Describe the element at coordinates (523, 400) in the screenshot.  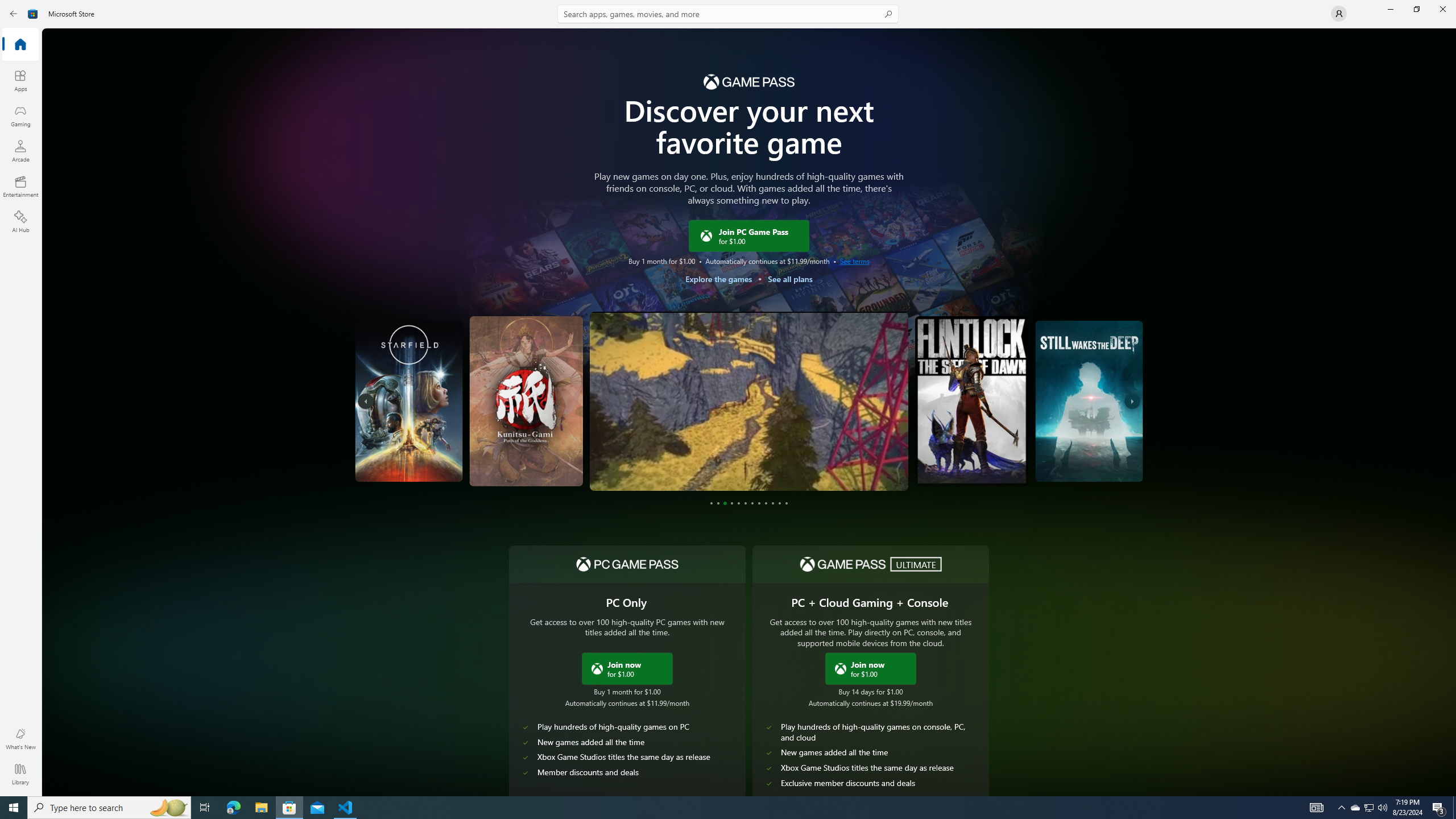
I see `'Kunitsu-Gami: Path of the Goddess'` at that location.